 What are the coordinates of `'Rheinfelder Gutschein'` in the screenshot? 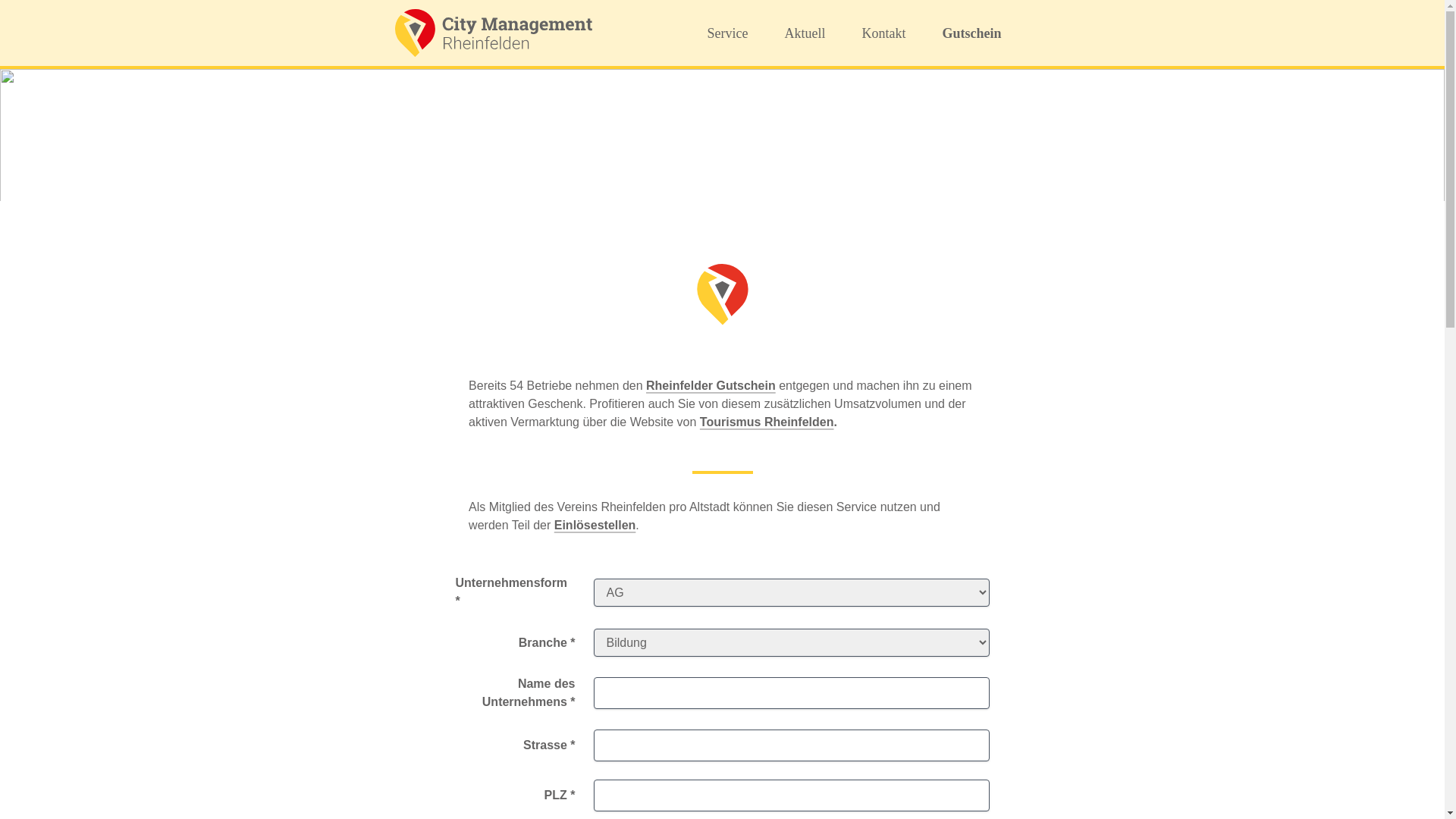 It's located at (645, 384).